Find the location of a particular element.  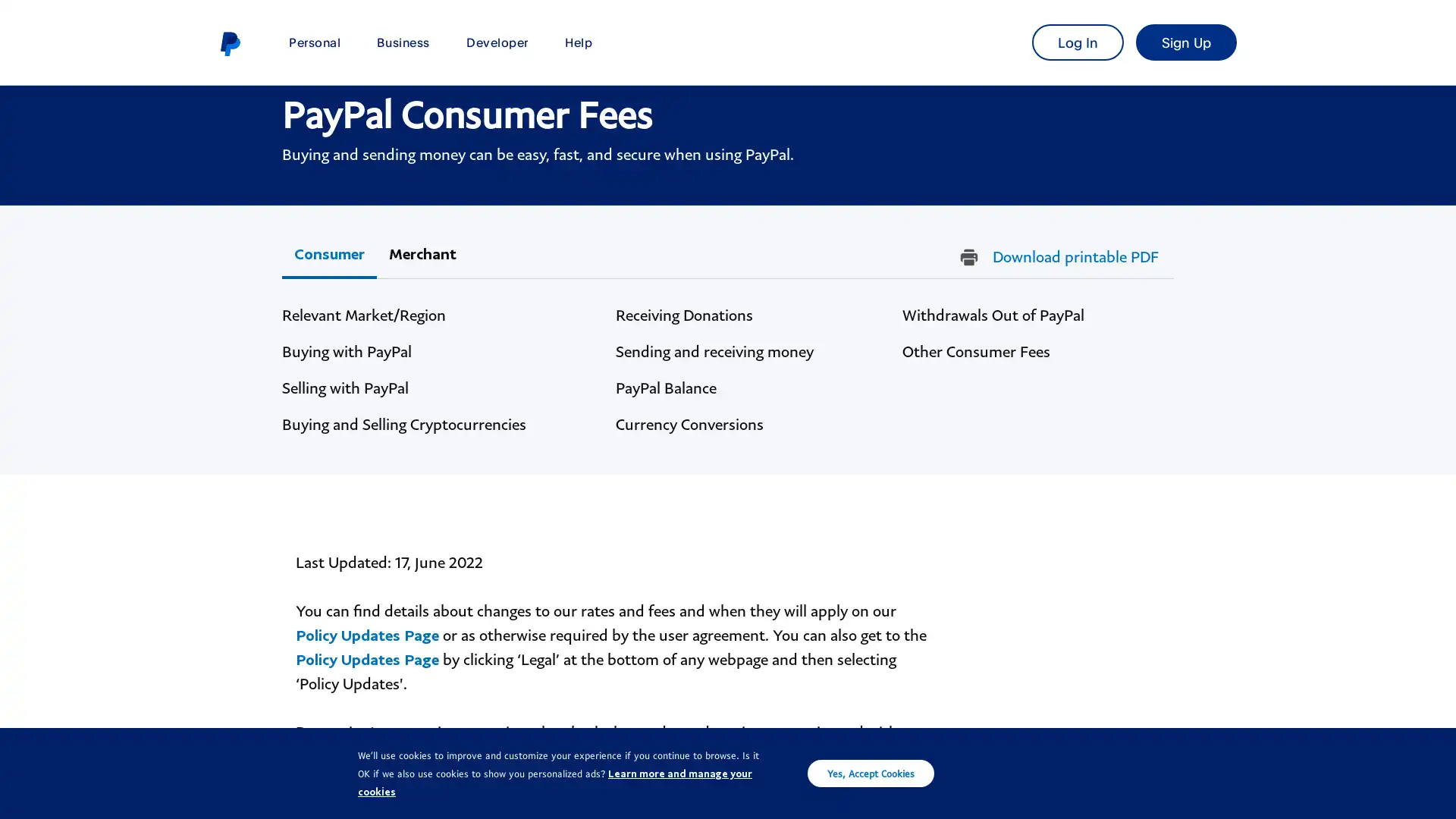

Merchant is located at coordinates (422, 253).